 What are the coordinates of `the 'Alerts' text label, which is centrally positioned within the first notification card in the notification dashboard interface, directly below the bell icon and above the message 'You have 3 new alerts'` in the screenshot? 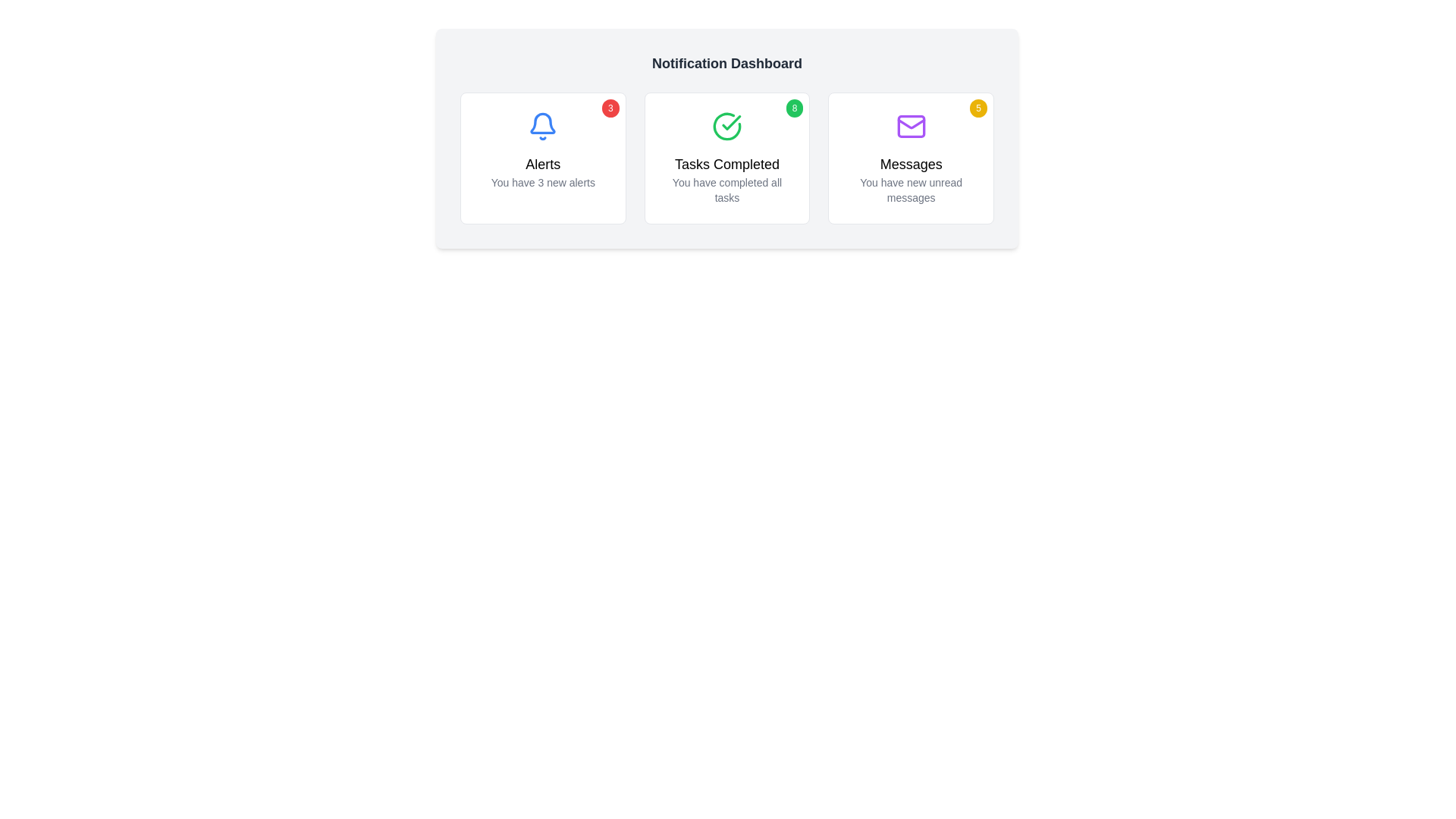 It's located at (543, 164).